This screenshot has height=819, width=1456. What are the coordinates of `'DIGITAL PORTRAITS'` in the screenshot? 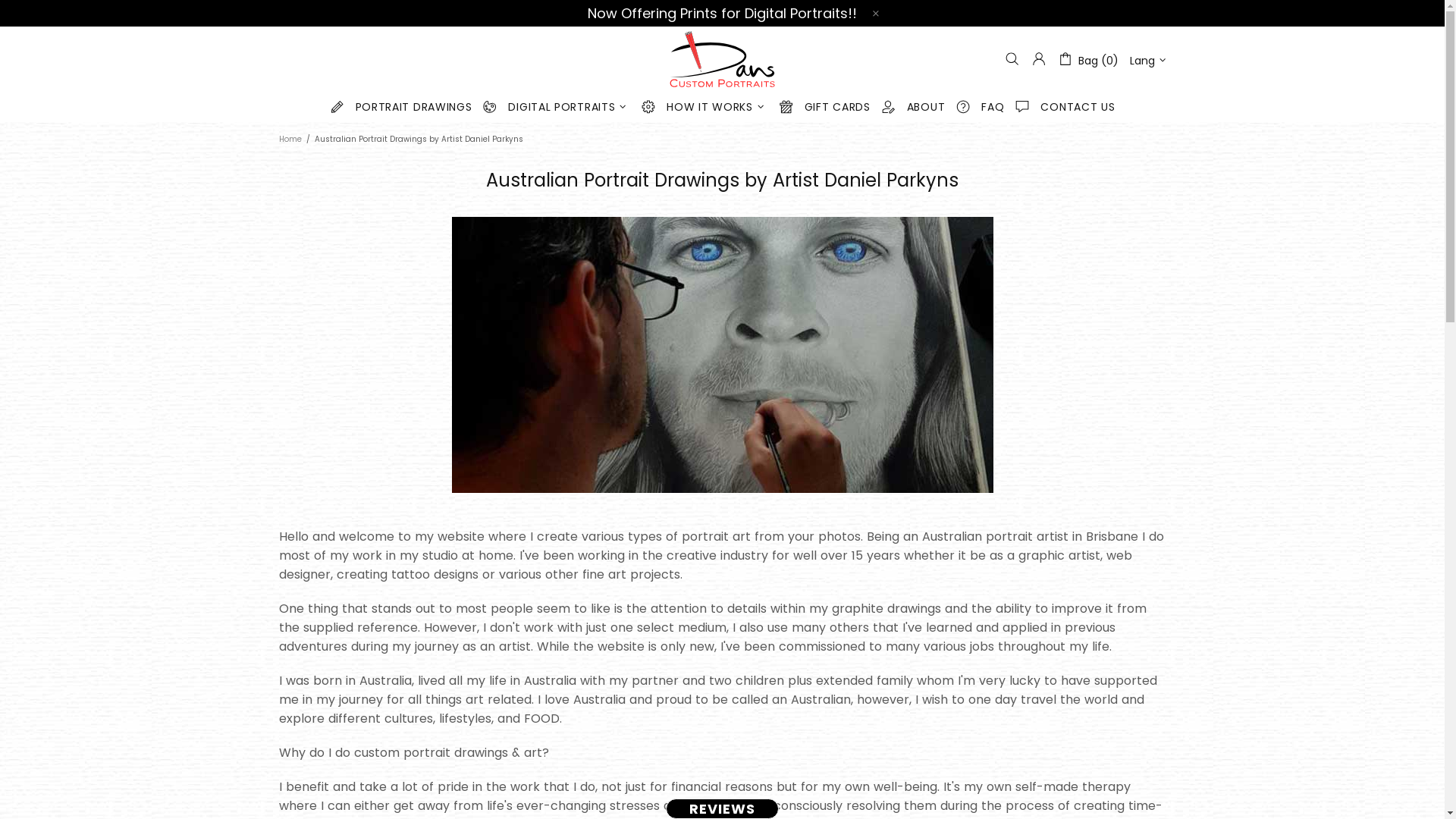 It's located at (555, 106).